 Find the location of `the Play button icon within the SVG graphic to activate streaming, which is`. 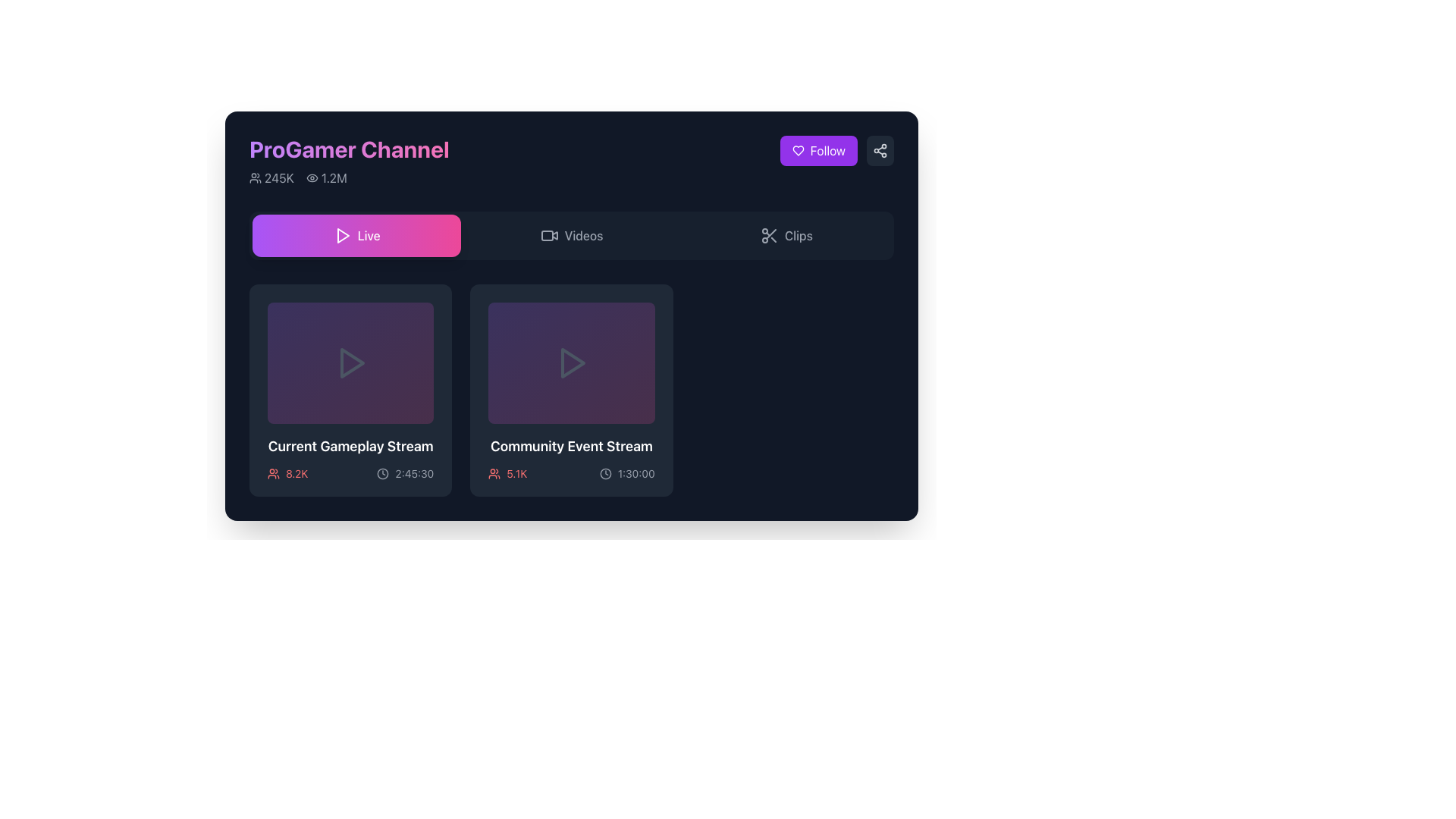

the Play button icon within the SVG graphic to activate streaming, which is is located at coordinates (342, 236).